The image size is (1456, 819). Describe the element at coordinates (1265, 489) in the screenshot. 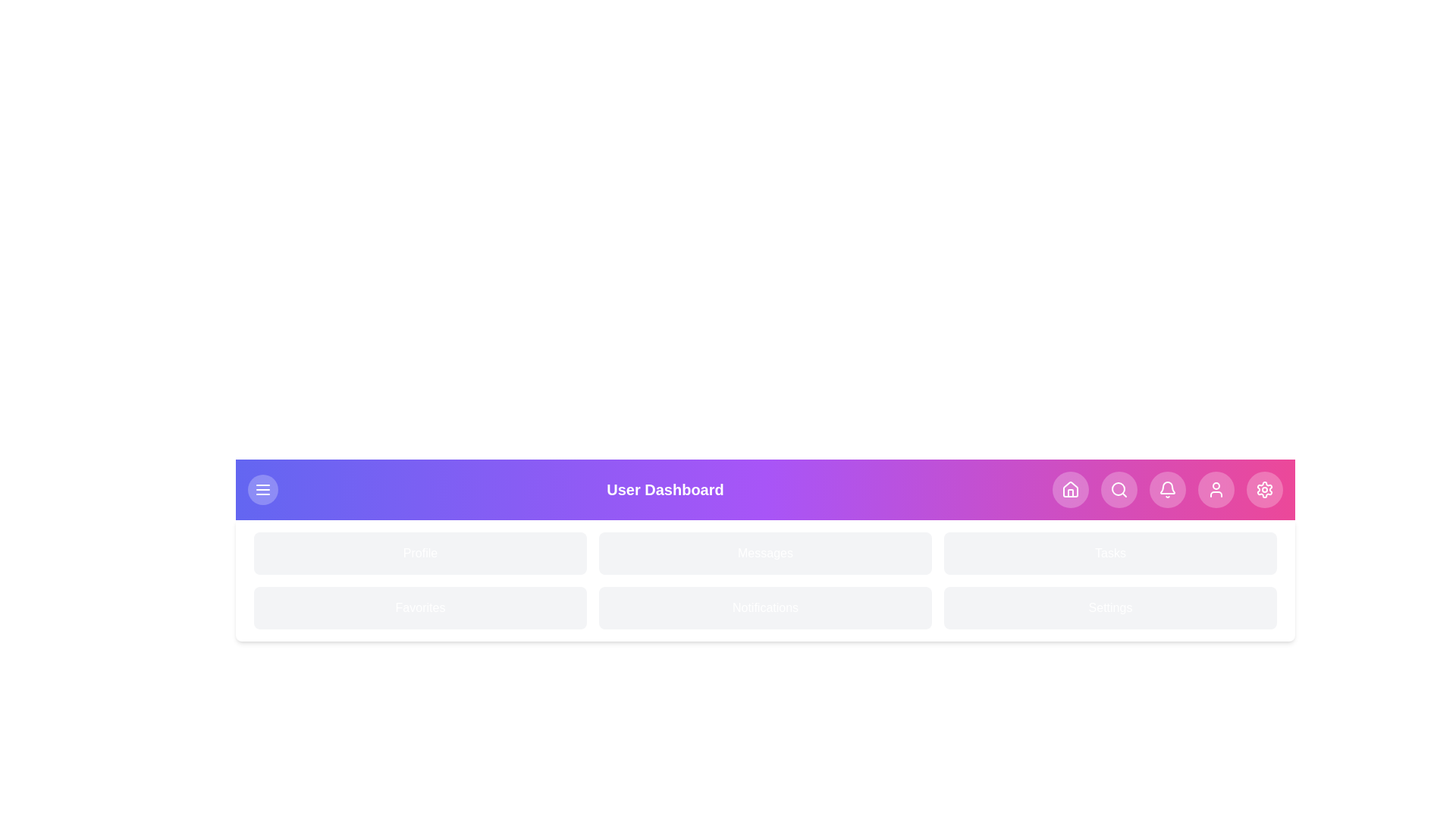

I see `the navigation button corresponding to Settings` at that location.